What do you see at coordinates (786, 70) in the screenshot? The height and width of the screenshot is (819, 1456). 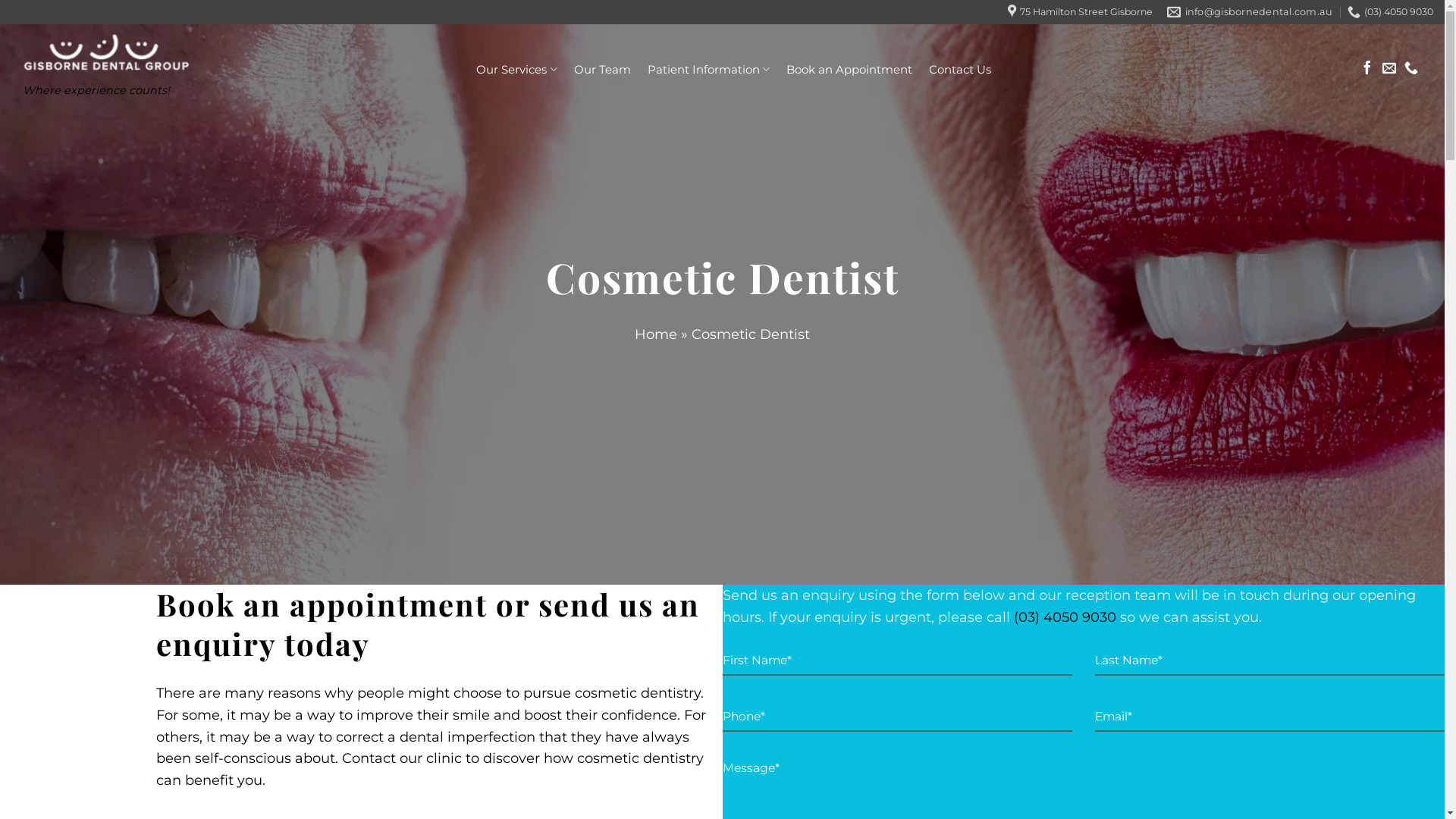 I see `'Book an Appointment'` at bounding box center [786, 70].